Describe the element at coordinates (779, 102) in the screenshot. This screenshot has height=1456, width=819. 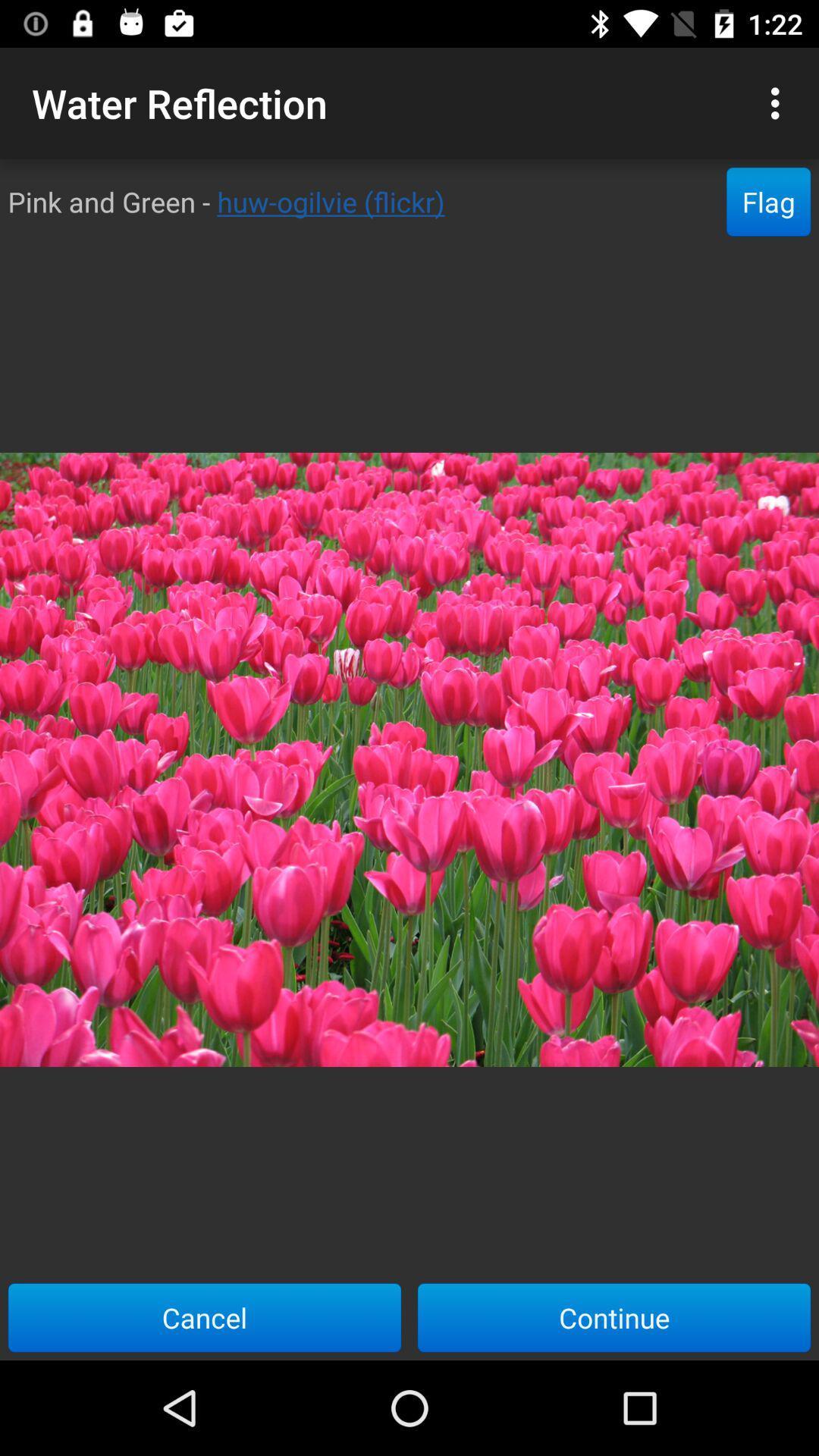
I see `icon next to water reflection app` at that location.